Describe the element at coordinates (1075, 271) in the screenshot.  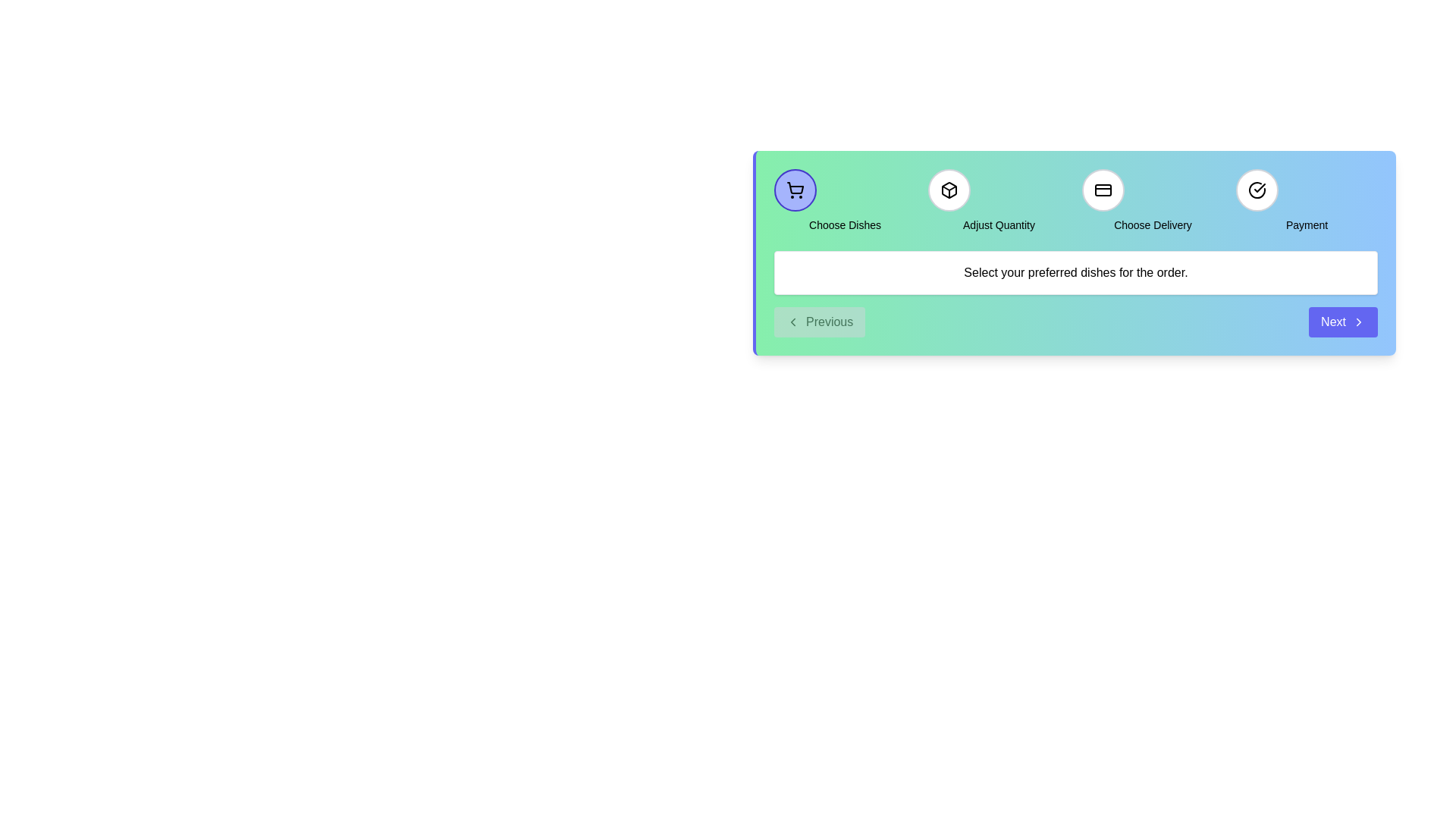
I see `static text content that instructs to 'Select your preferred dishes for the order.' located in the instruction panel` at that location.